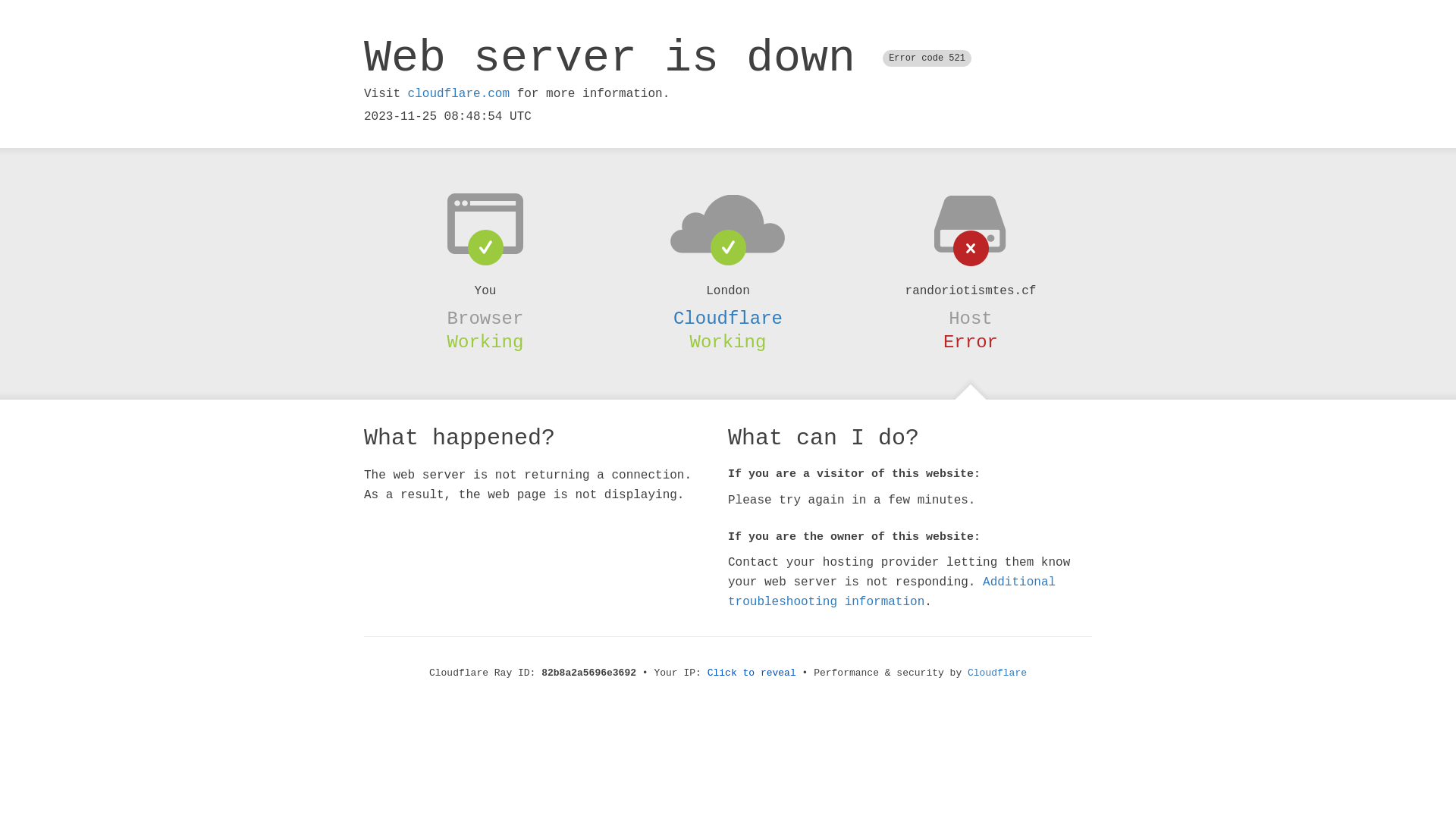 The height and width of the screenshot is (819, 1456). Describe the element at coordinates (457, 93) in the screenshot. I see `'cloudflare.com'` at that location.